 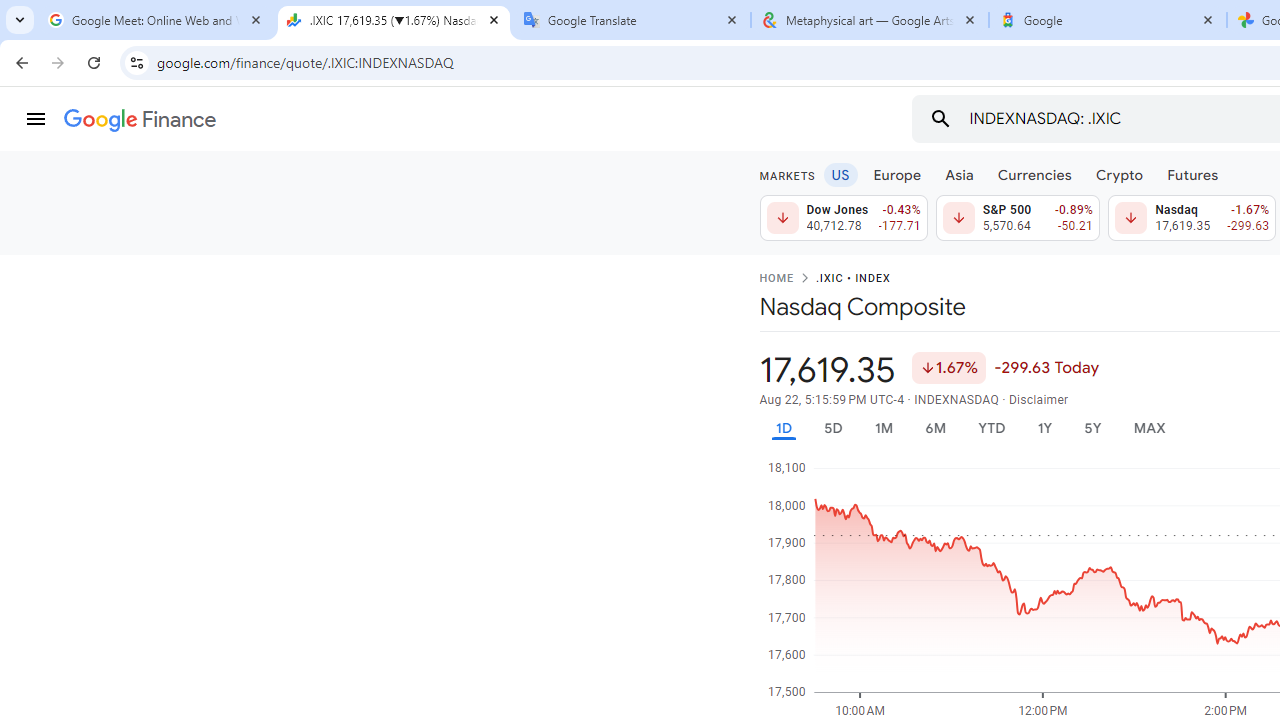 I want to click on 'Currencies', so click(x=1034, y=173).